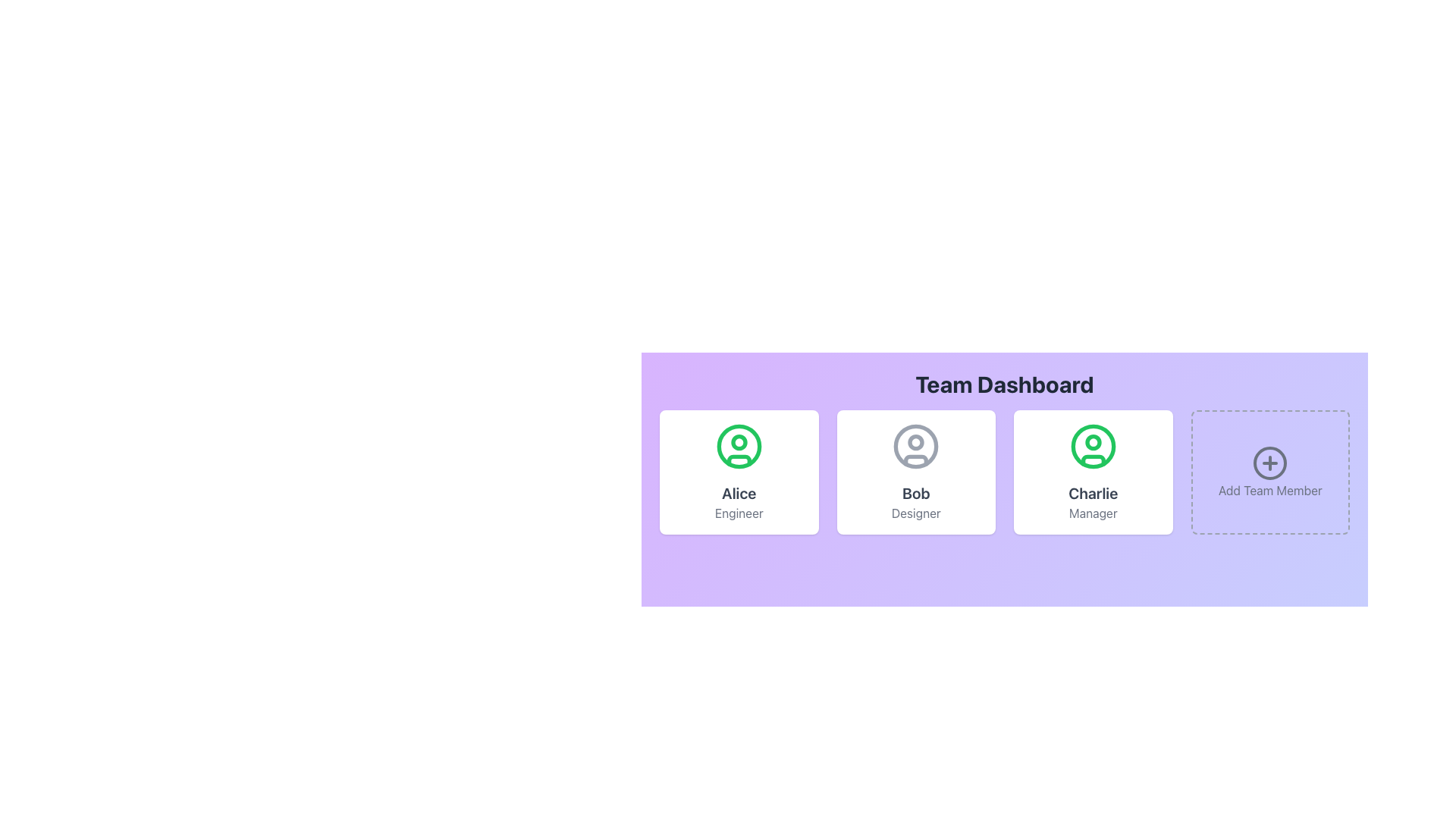 The height and width of the screenshot is (819, 1456). What do you see at coordinates (915, 494) in the screenshot?
I see `text label displaying 'Bob' which is centrally positioned at the bottom of the user profile card, located directly above the text 'Designer'` at bounding box center [915, 494].